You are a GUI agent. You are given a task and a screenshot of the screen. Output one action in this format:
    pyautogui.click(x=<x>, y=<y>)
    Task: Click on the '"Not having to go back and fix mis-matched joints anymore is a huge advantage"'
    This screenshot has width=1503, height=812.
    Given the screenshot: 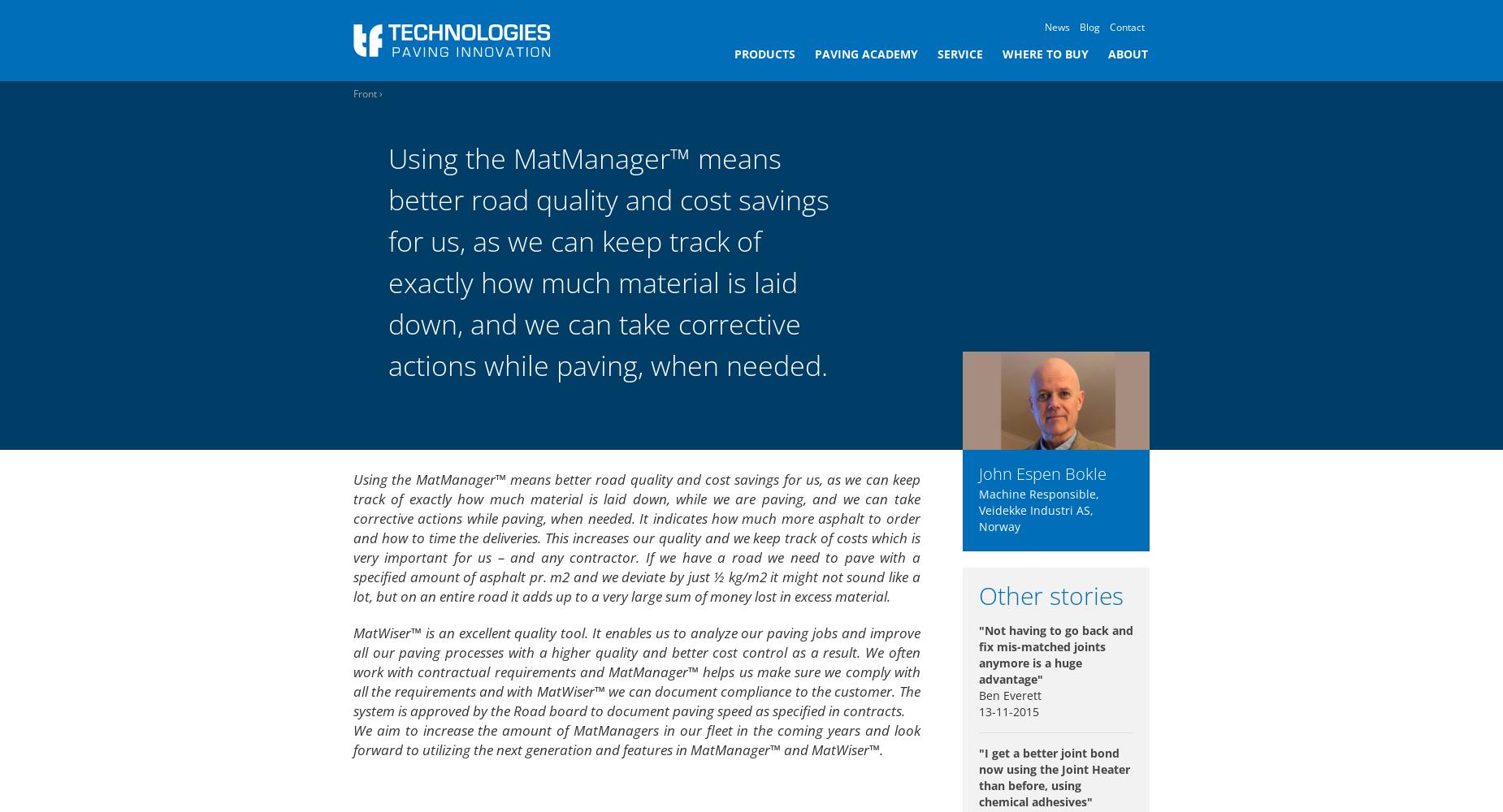 What is the action you would take?
    pyautogui.click(x=1055, y=654)
    